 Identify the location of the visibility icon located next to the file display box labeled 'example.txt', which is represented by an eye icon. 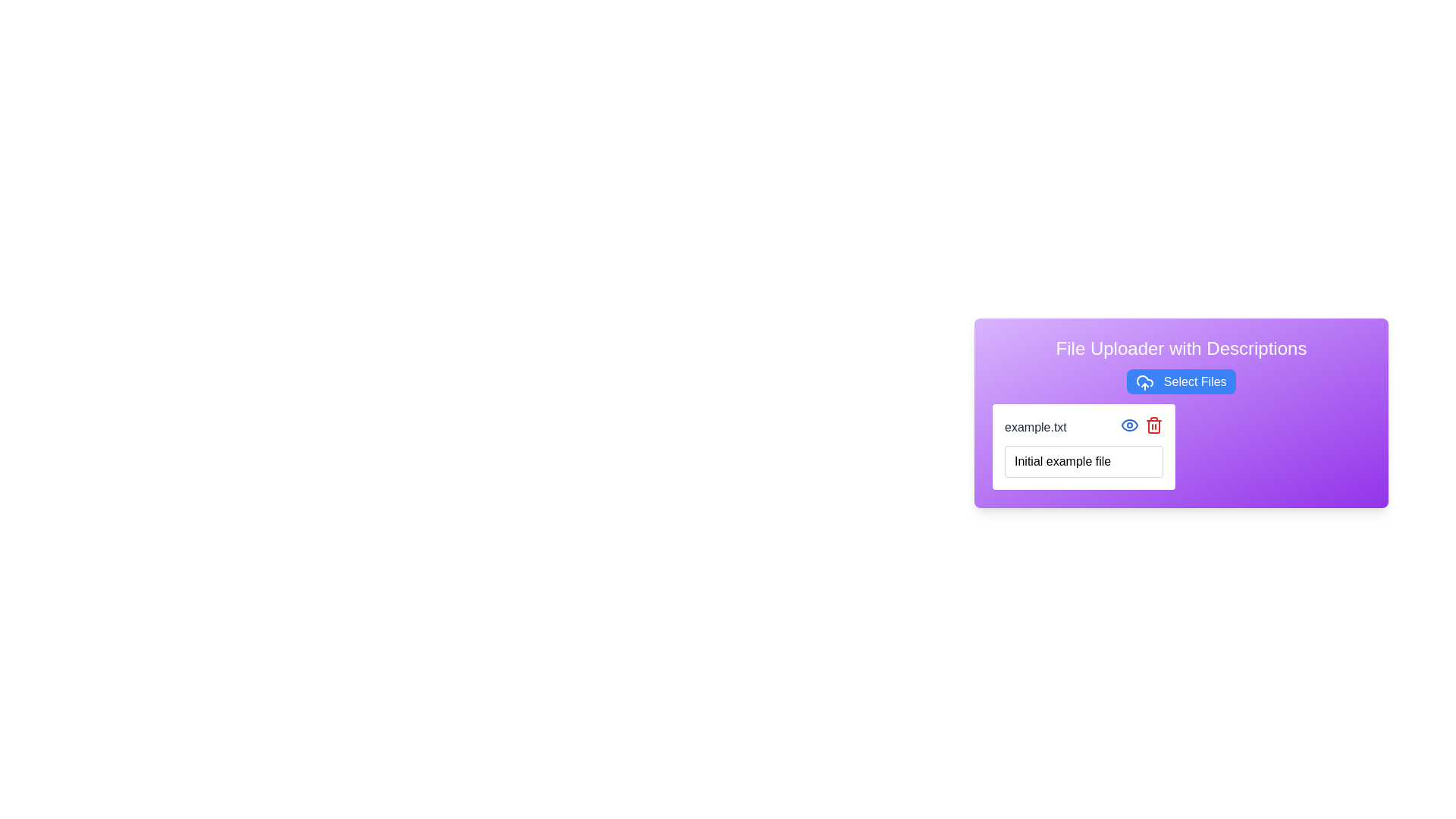
(1129, 424).